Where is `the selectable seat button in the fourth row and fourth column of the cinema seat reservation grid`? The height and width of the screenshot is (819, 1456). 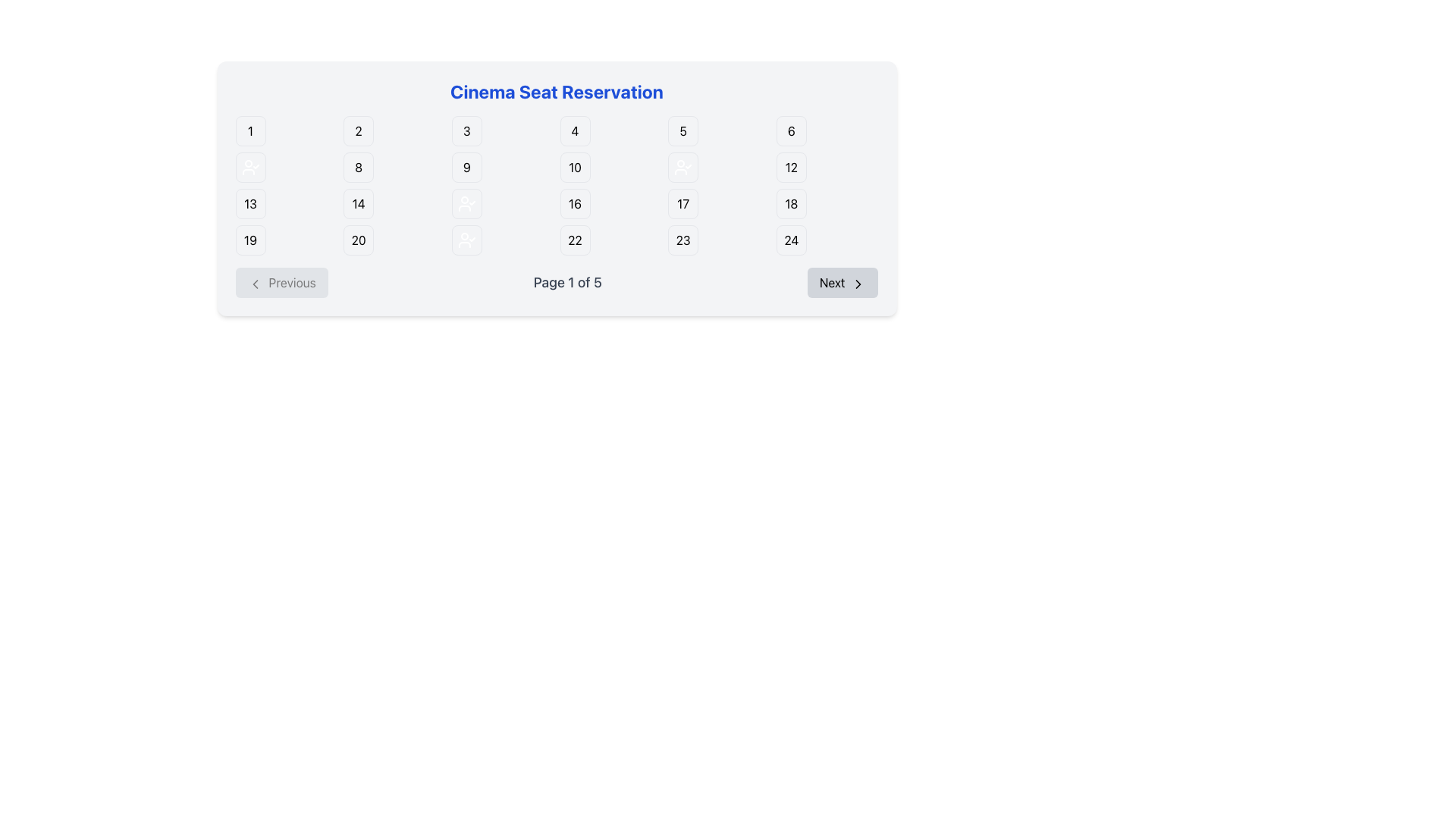 the selectable seat button in the fourth row and fourth column of the cinema seat reservation grid is located at coordinates (574, 203).